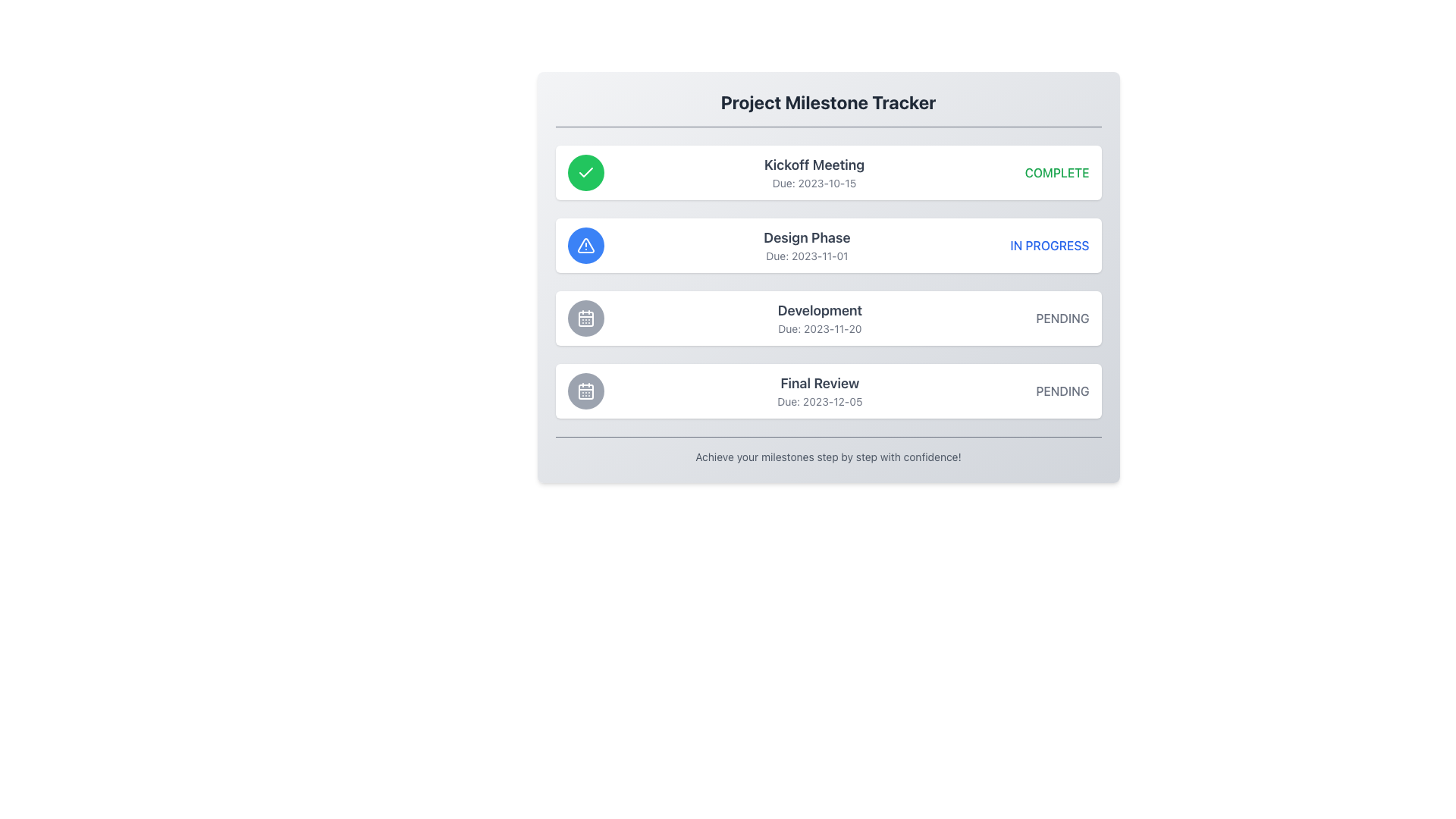 The width and height of the screenshot is (1456, 819). Describe the element at coordinates (819, 318) in the screenshot. I see `text information from the text block displaying 'Development' and 'Due: 2023-11-20' in the third card of the milestone stack, located between 'Design Phase' and 'Final Review'` at that location.